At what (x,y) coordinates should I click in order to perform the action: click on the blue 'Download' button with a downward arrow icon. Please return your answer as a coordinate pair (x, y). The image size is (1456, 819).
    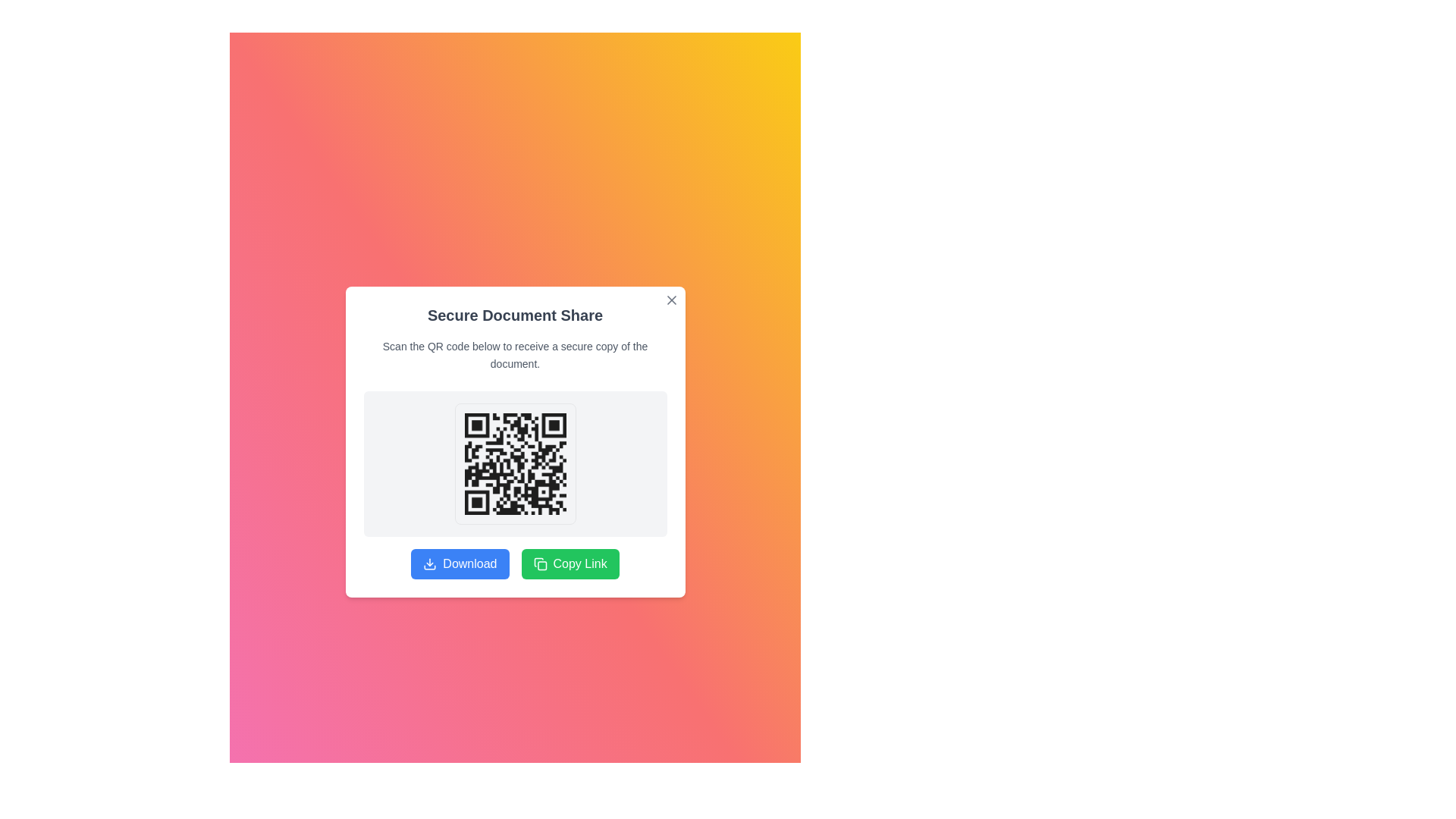
    Looking at the image, I should click on (459, 563).